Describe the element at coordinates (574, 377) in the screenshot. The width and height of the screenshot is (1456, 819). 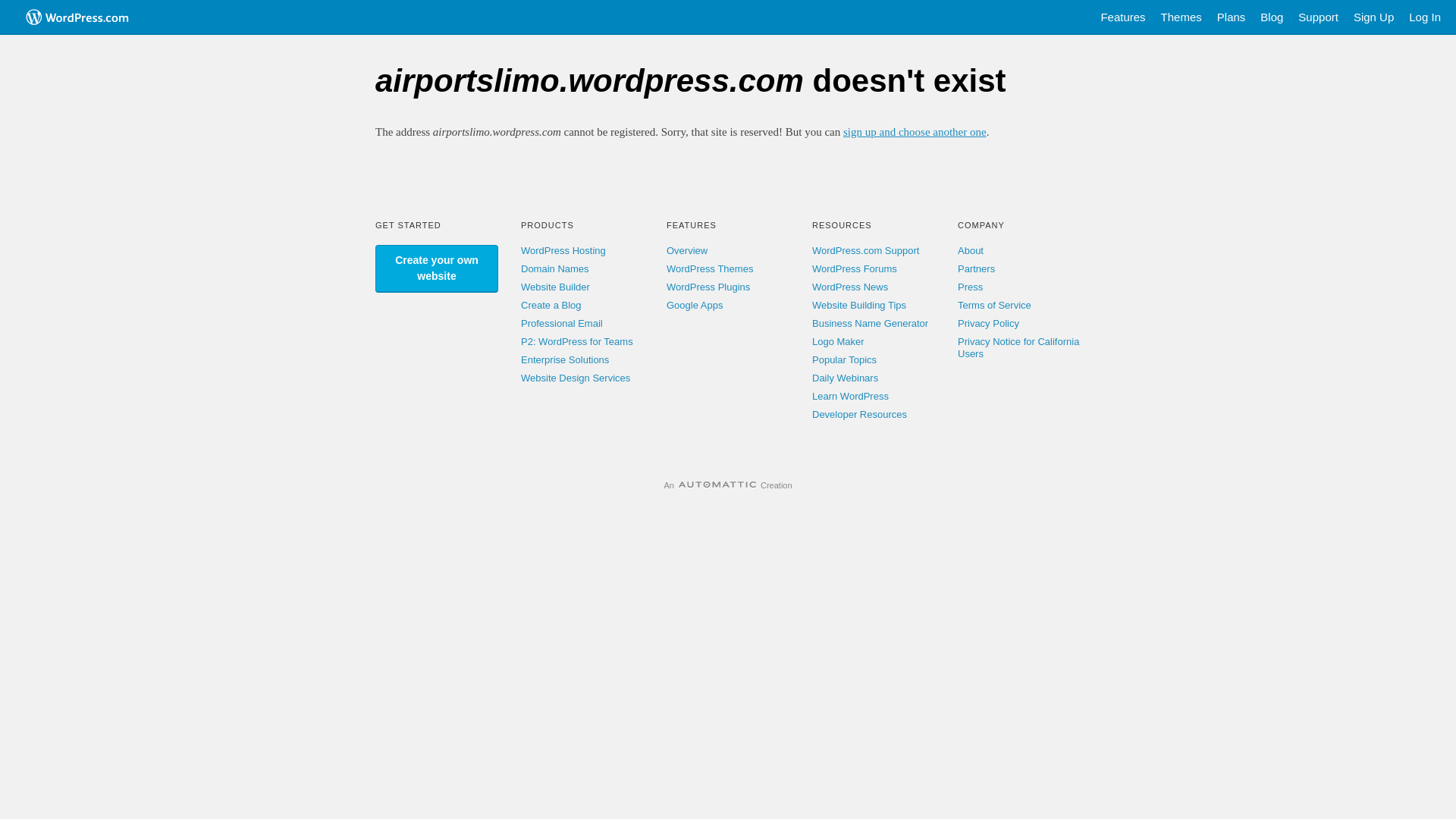
I see `'Website Design Services'` at that location.